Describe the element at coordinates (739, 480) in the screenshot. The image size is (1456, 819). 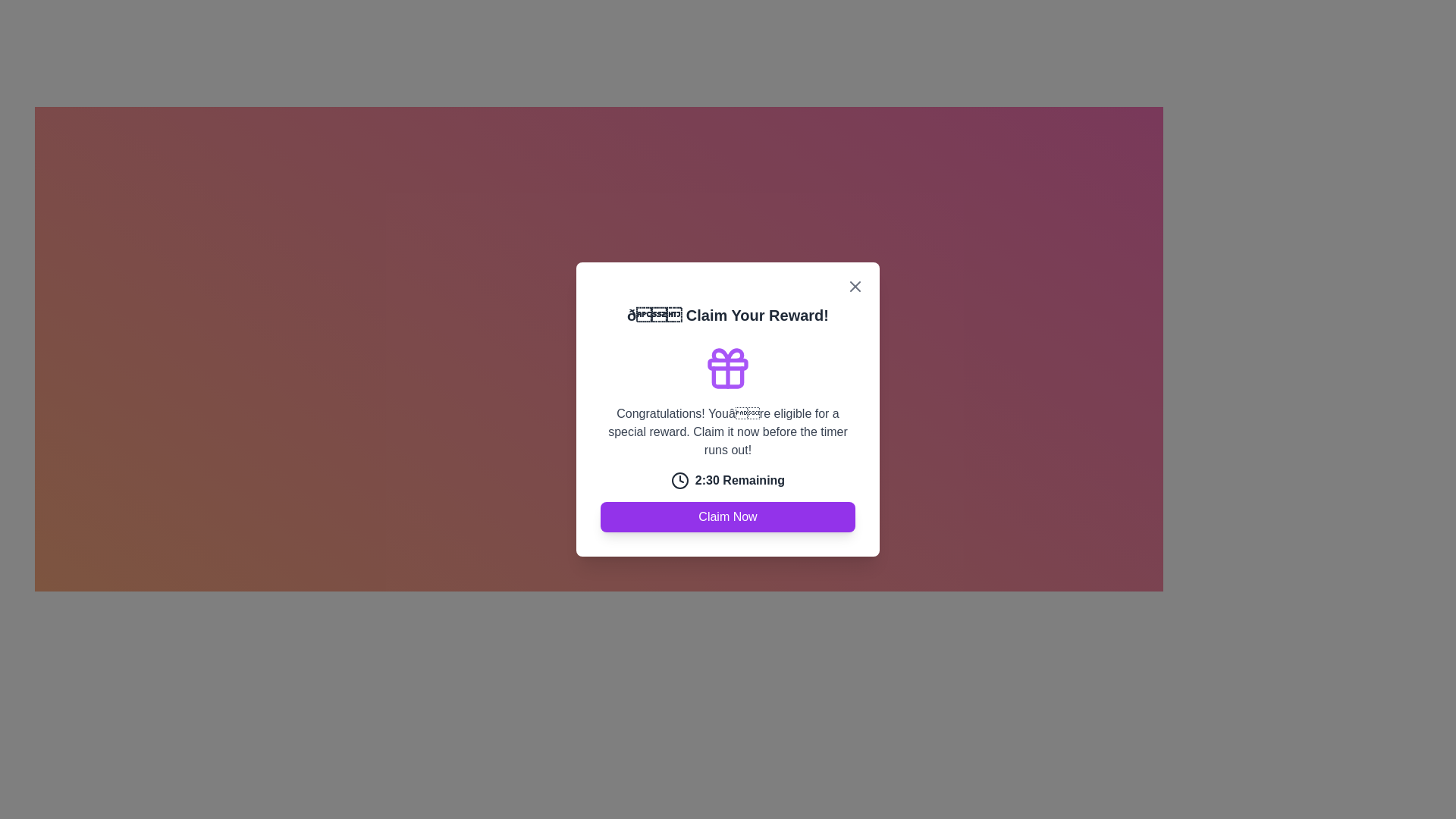
I see `the countdown information displayed in the text label, which is centrally located beneath the reward description and above the 'Claim Now' button in the modal dialog` at that location.